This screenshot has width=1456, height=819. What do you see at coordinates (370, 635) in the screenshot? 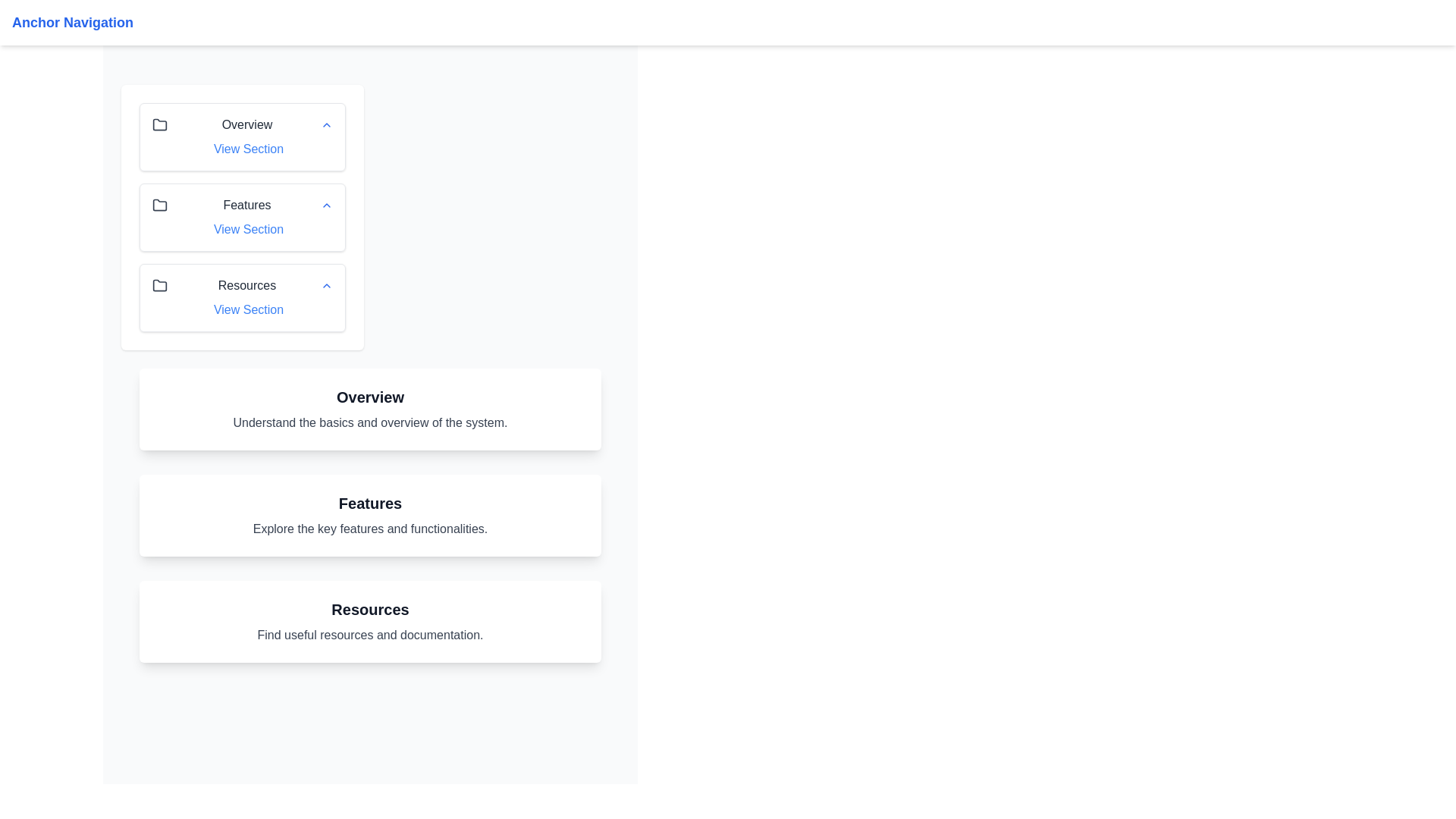
I see `the text label that reads 'Find useful resources and documentation' located at the bottom of the 'Resources' card` at bounding box center [370, 635].